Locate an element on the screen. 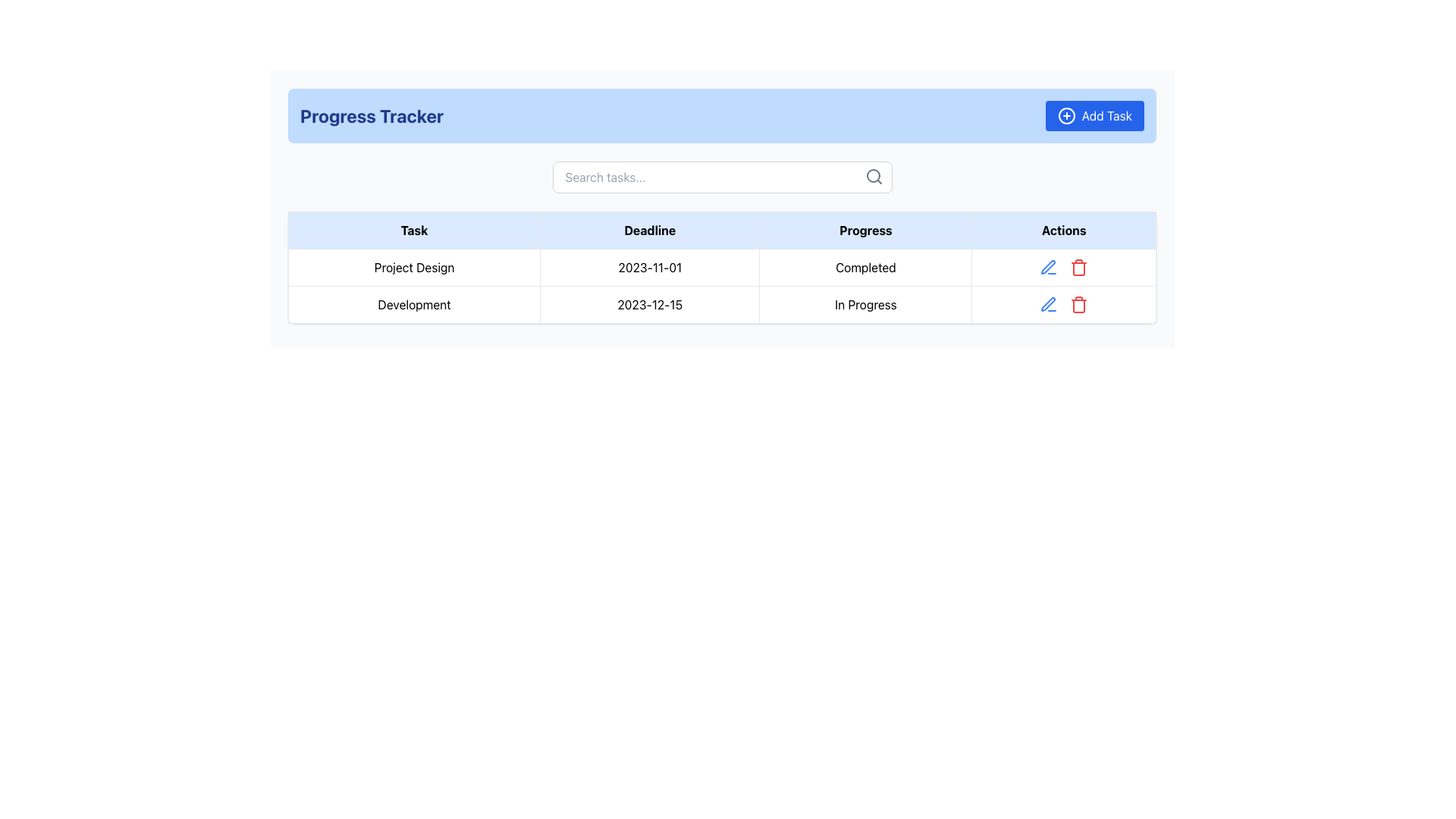 This screenshot has height=819, width=1456. the icon that represents the action of adding a task, located to the left of the 'Add Task' button is located at coordinates (1065, 115).